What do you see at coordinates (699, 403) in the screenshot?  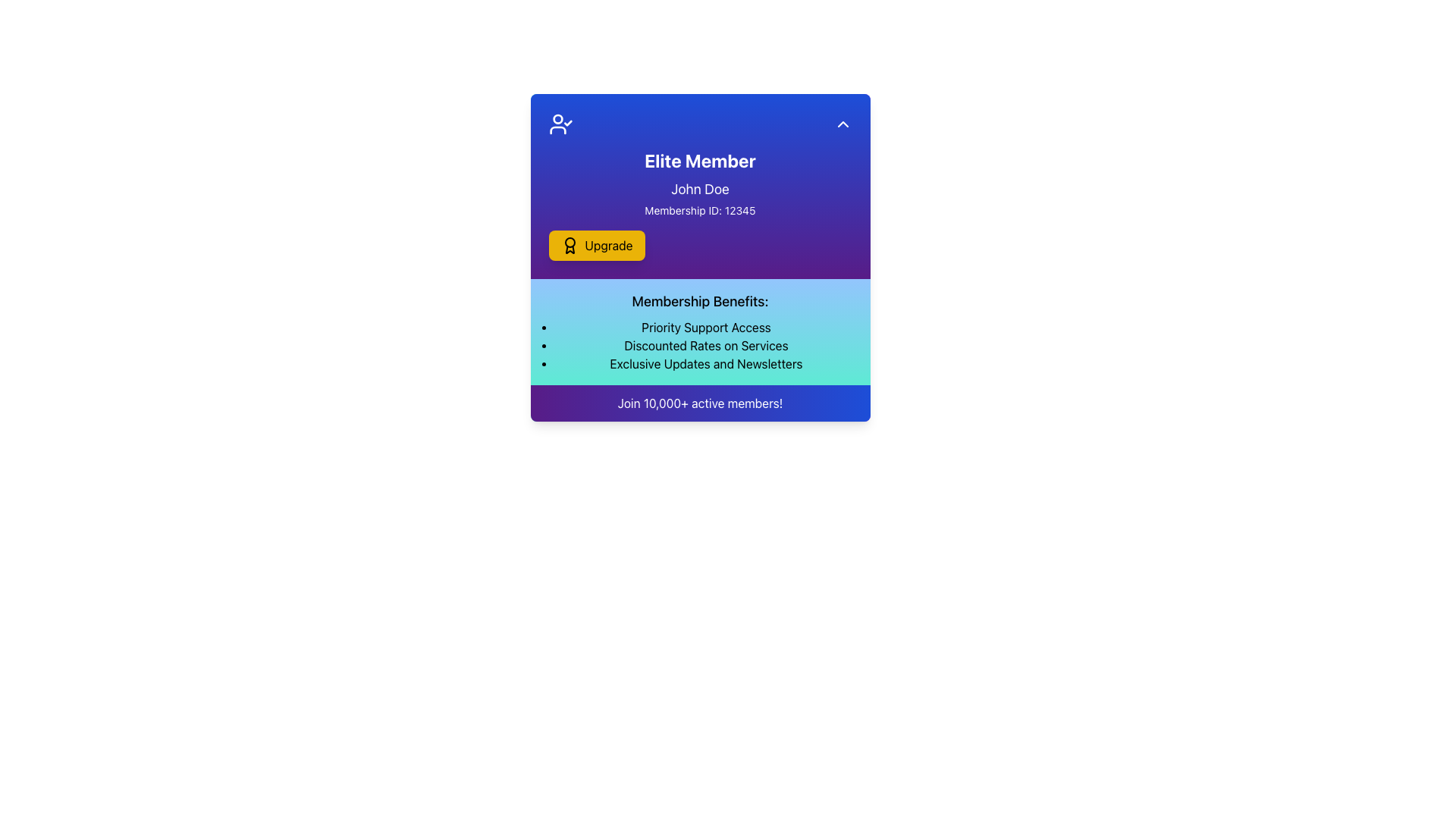 I see `the static informational banner at the bottom of the card interface that reads 'Join 10,000+ active members!'` at bounding box center [699, 403].